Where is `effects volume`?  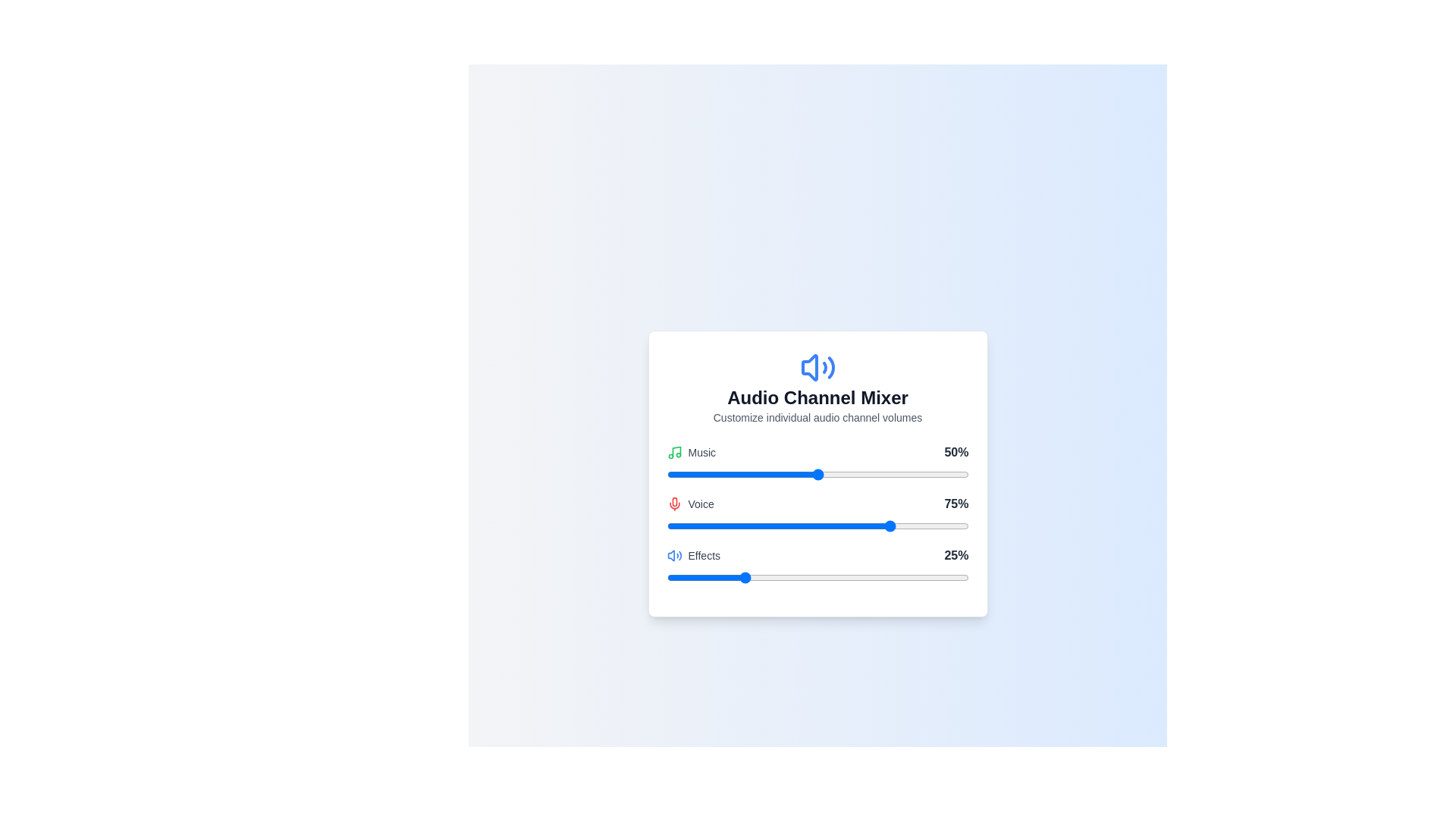
effects volume is located at coordinates (808, 578).